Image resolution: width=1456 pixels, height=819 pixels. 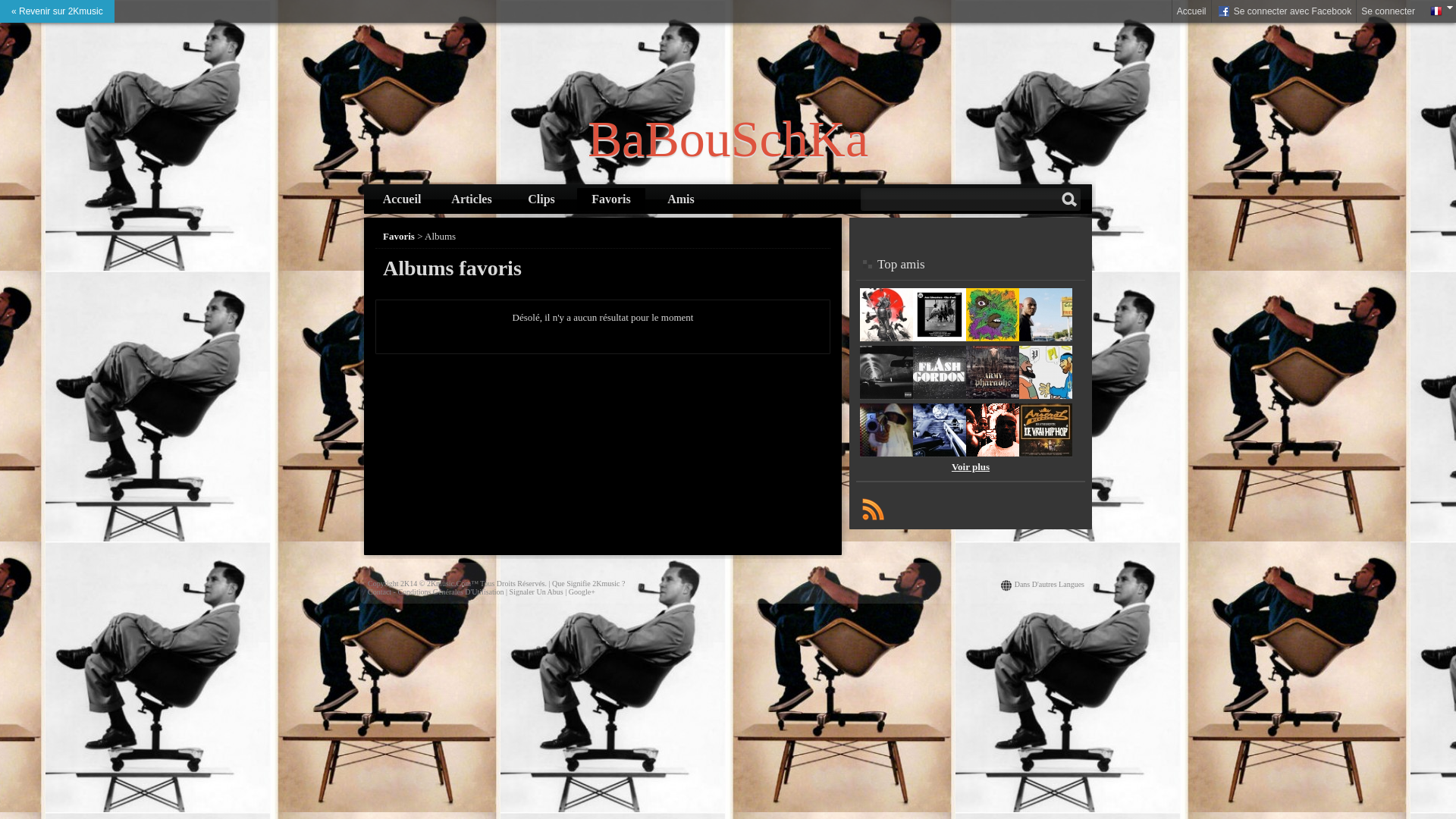 What do you see at coordinates (1048, 583) in the screenshot?
I see `'Dans D'Autres Langues'` at bounding box center [1048, 583].